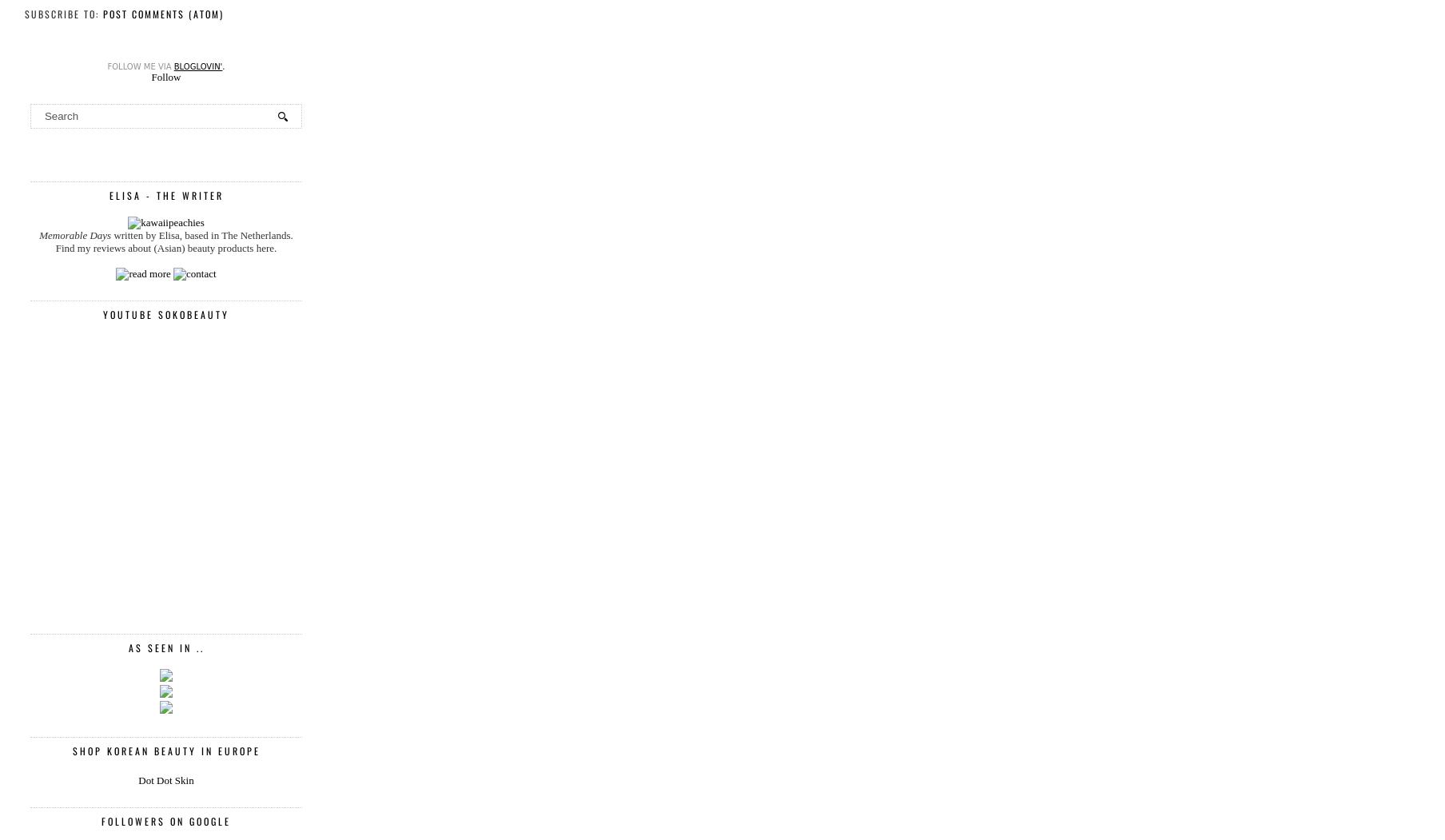 The image size is (1445, 840). I want to click on 'Memorable Days', so click(74, 234).